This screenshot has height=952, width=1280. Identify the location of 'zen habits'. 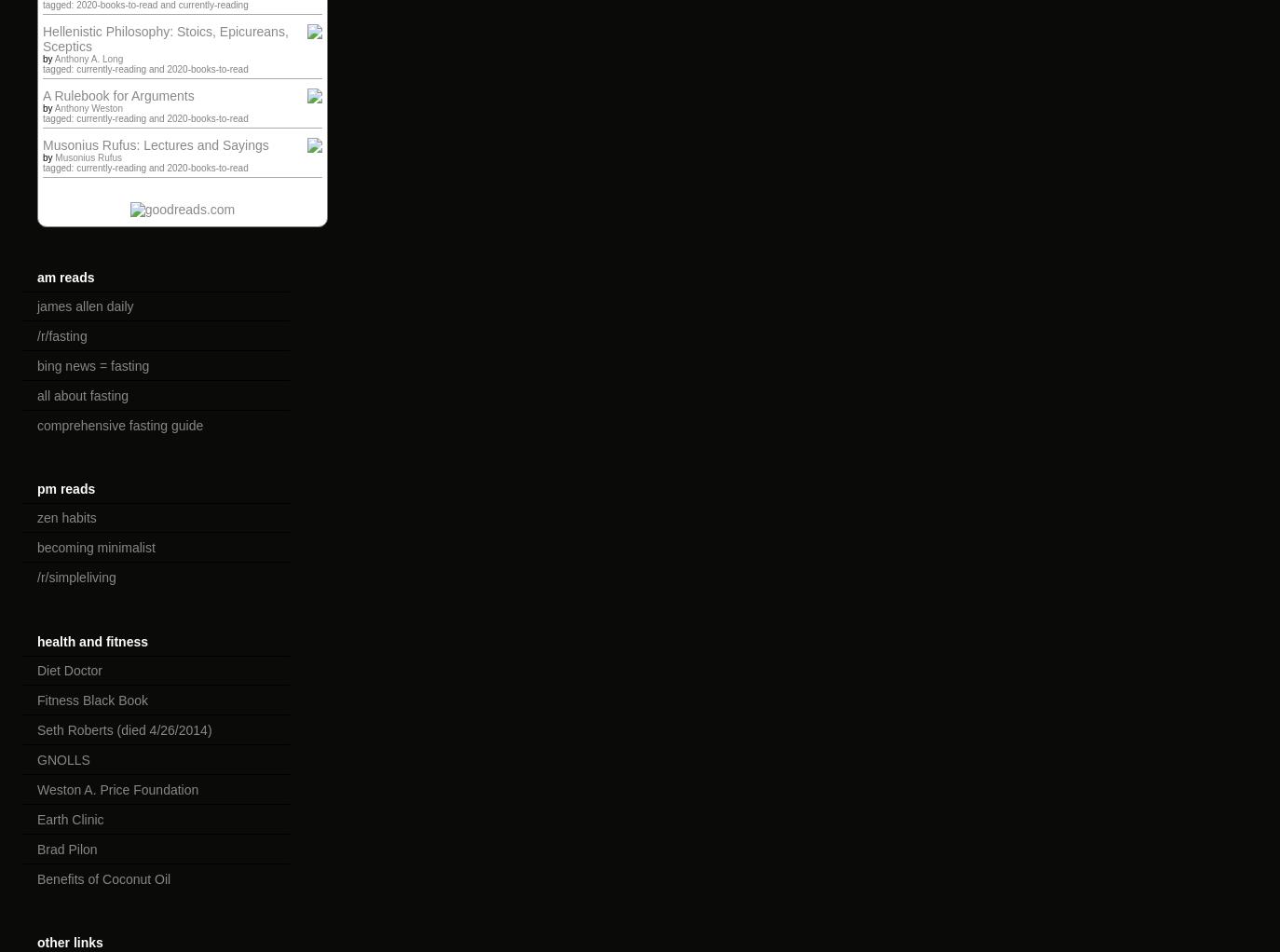
(65, 517).